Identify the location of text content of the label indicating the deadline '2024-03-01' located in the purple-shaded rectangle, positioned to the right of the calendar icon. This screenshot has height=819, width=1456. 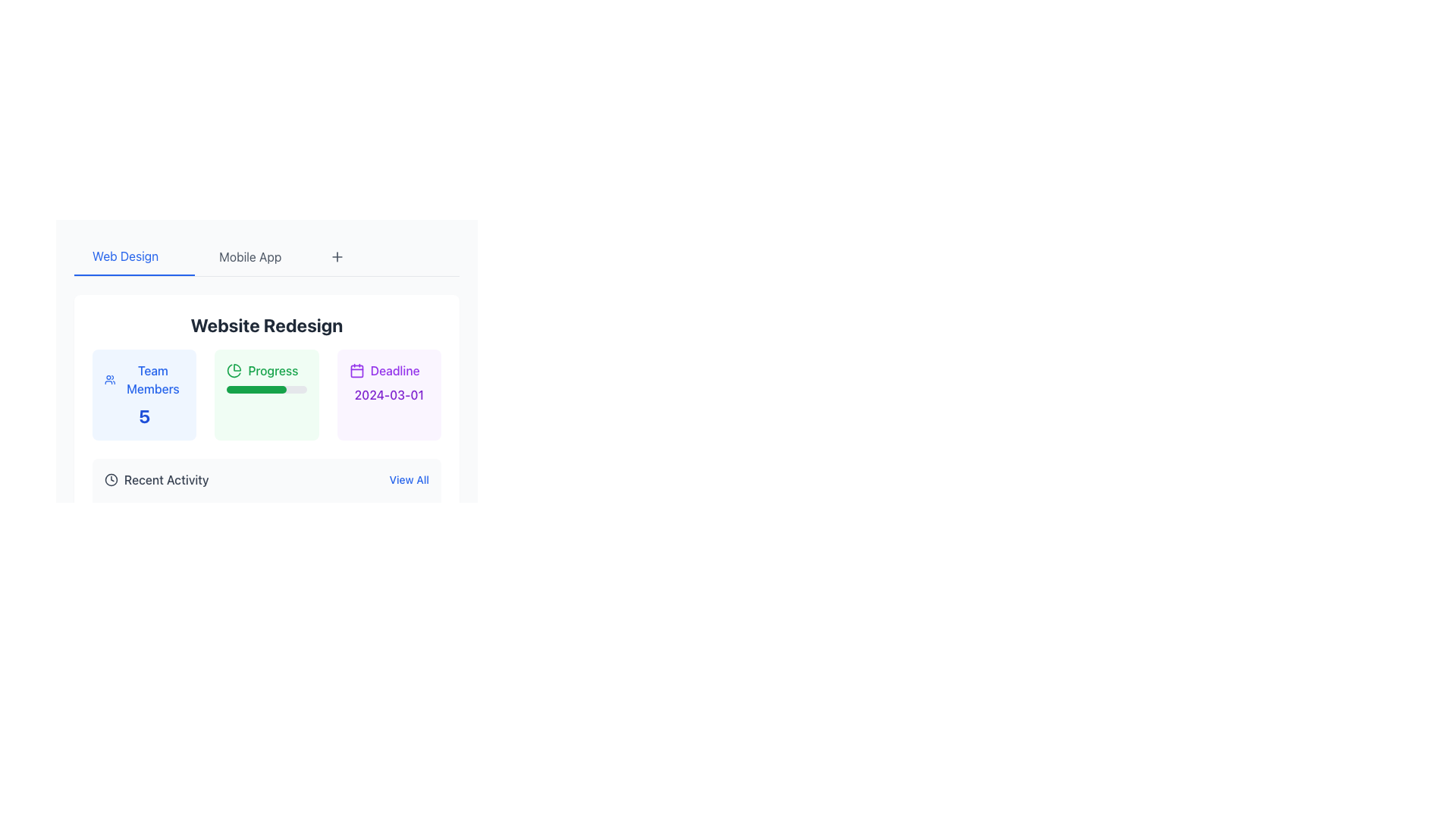
(389, 371).